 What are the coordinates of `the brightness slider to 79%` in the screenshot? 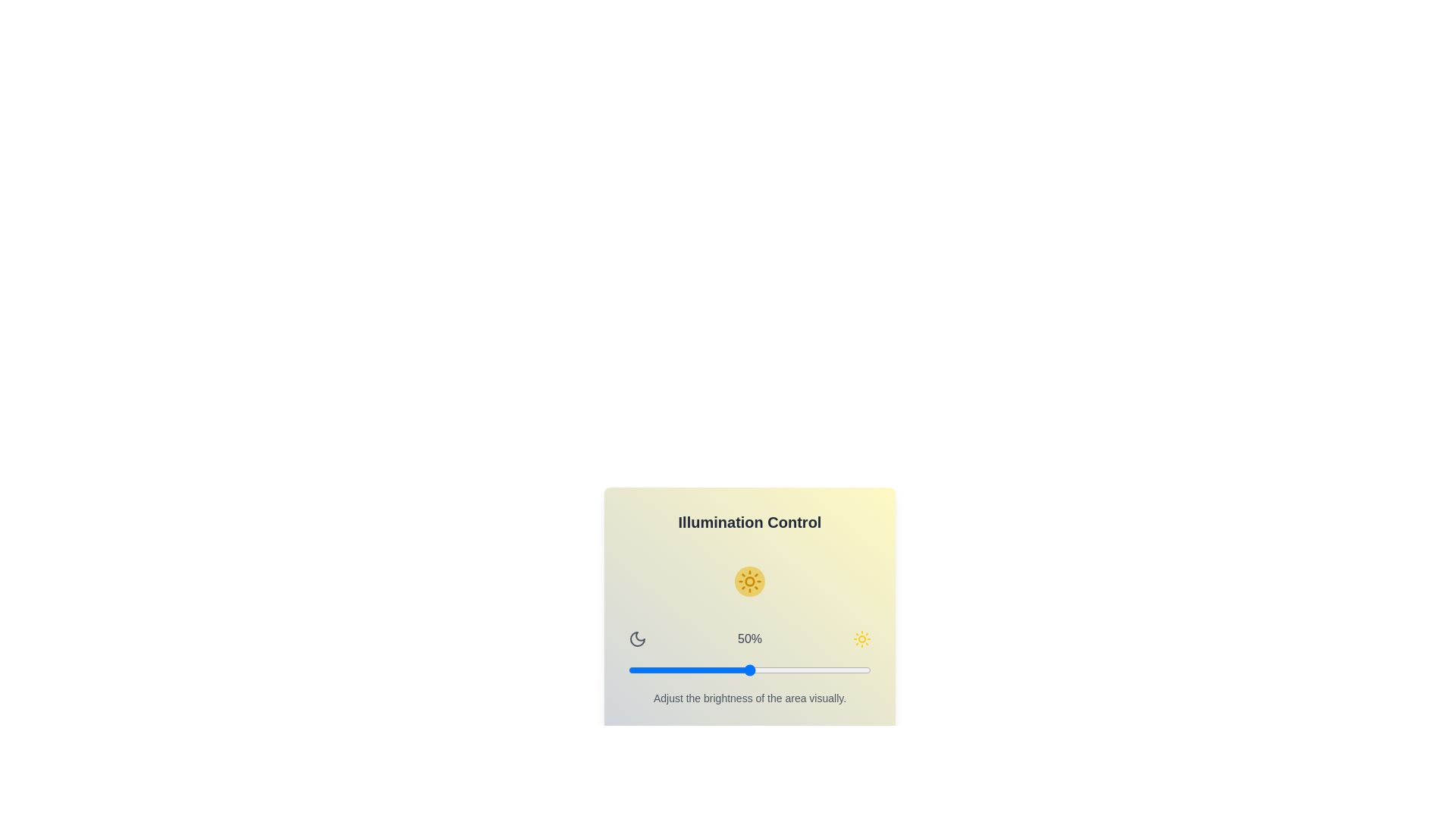 It's located at (819, 669).